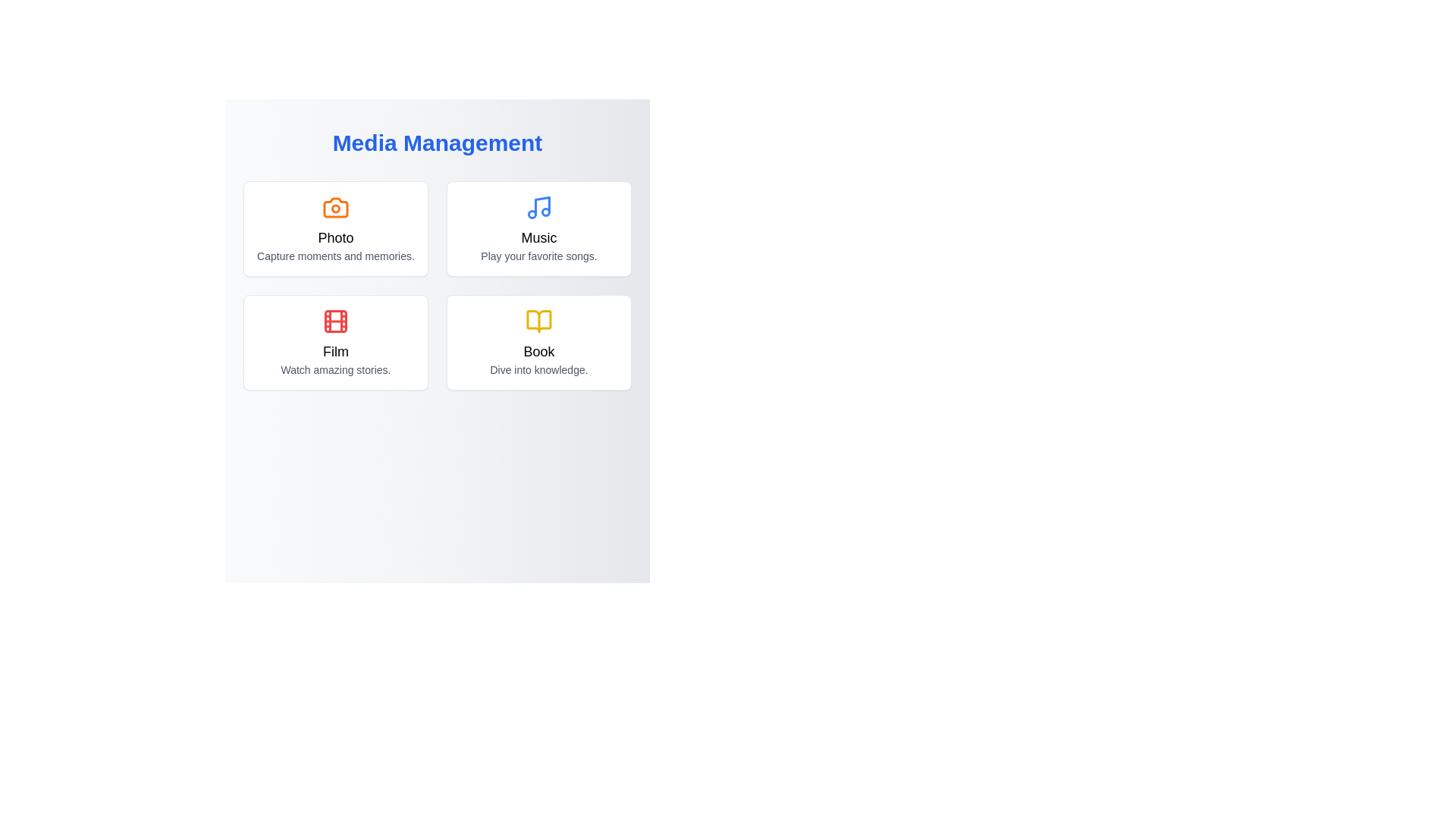  I want to click on the static text label located below the 'Music' heading in the 'Music' section, which serves as an informational subheading, so click(538, 256).